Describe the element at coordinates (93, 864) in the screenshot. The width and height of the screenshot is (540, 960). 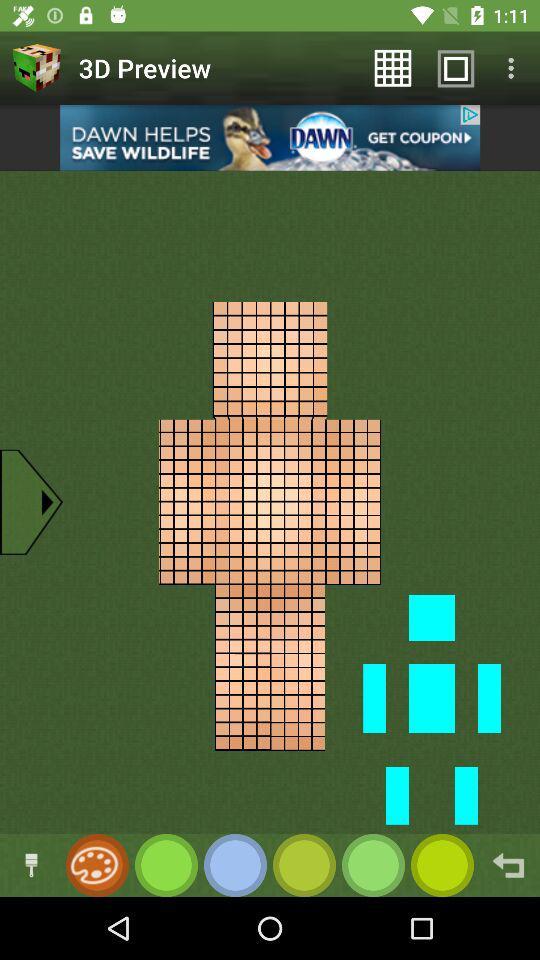
I see `the painting is needed` at that location.